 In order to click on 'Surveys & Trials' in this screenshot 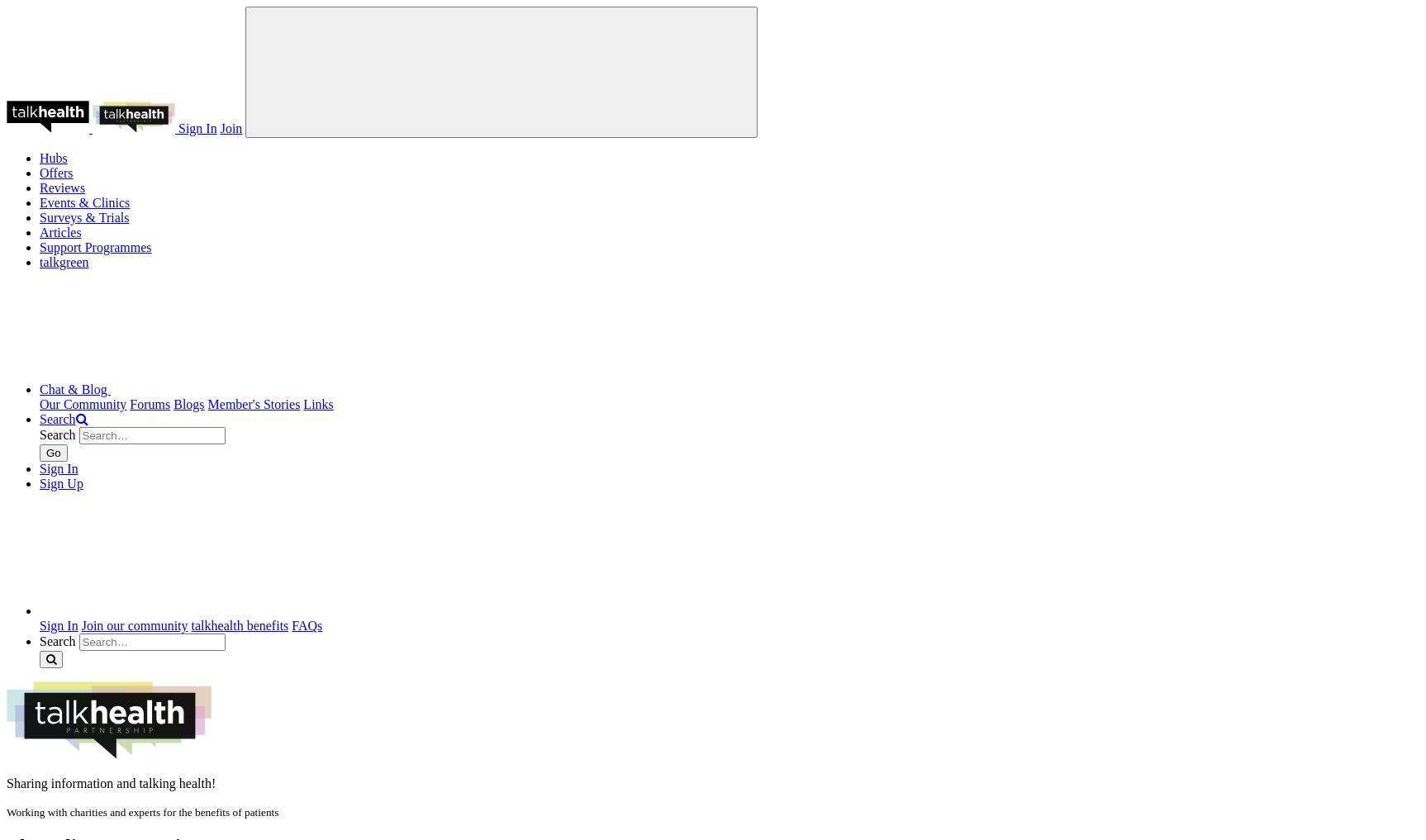, I will do `click(83, 216)`.